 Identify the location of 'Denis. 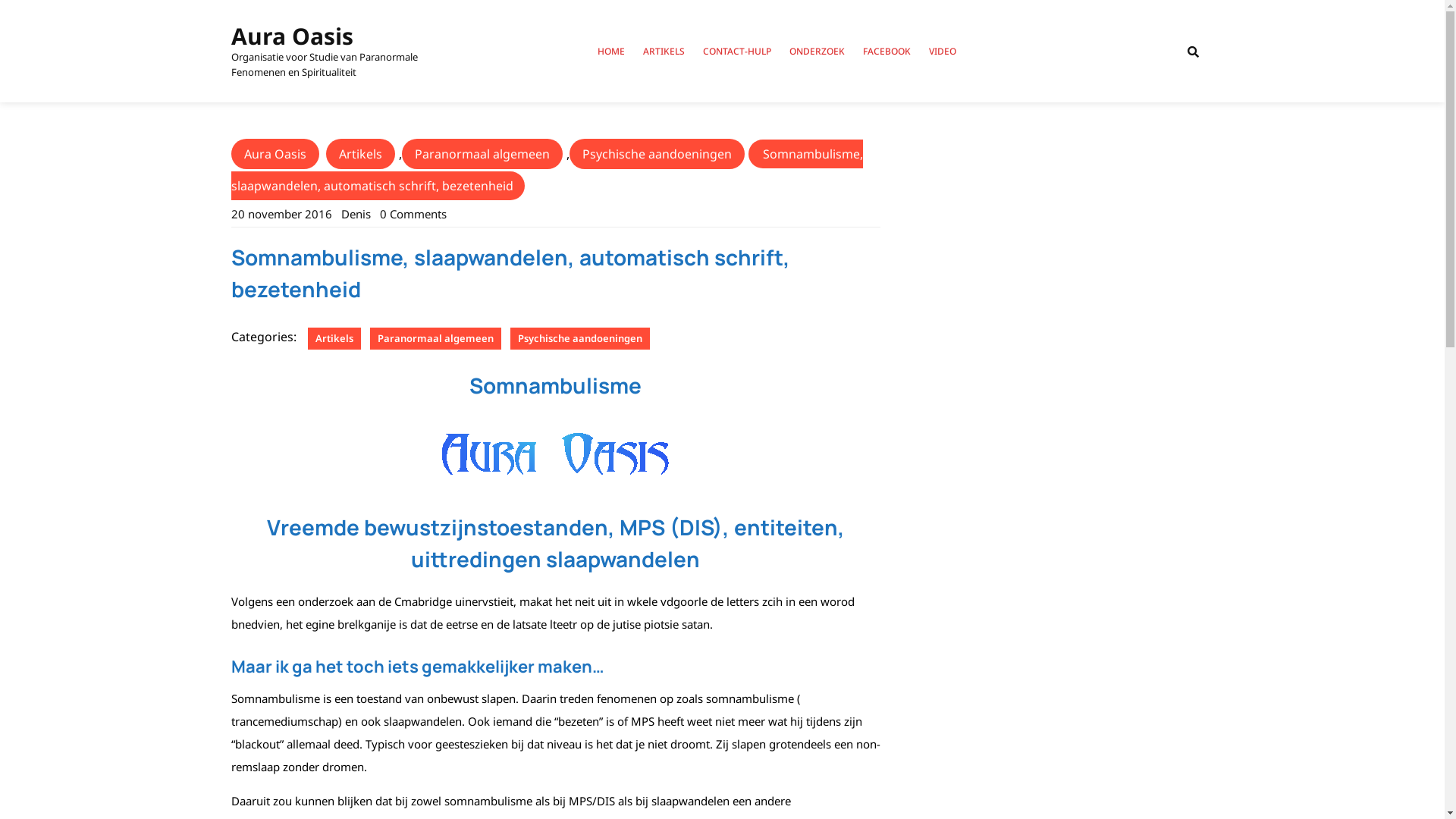
(355, 213).